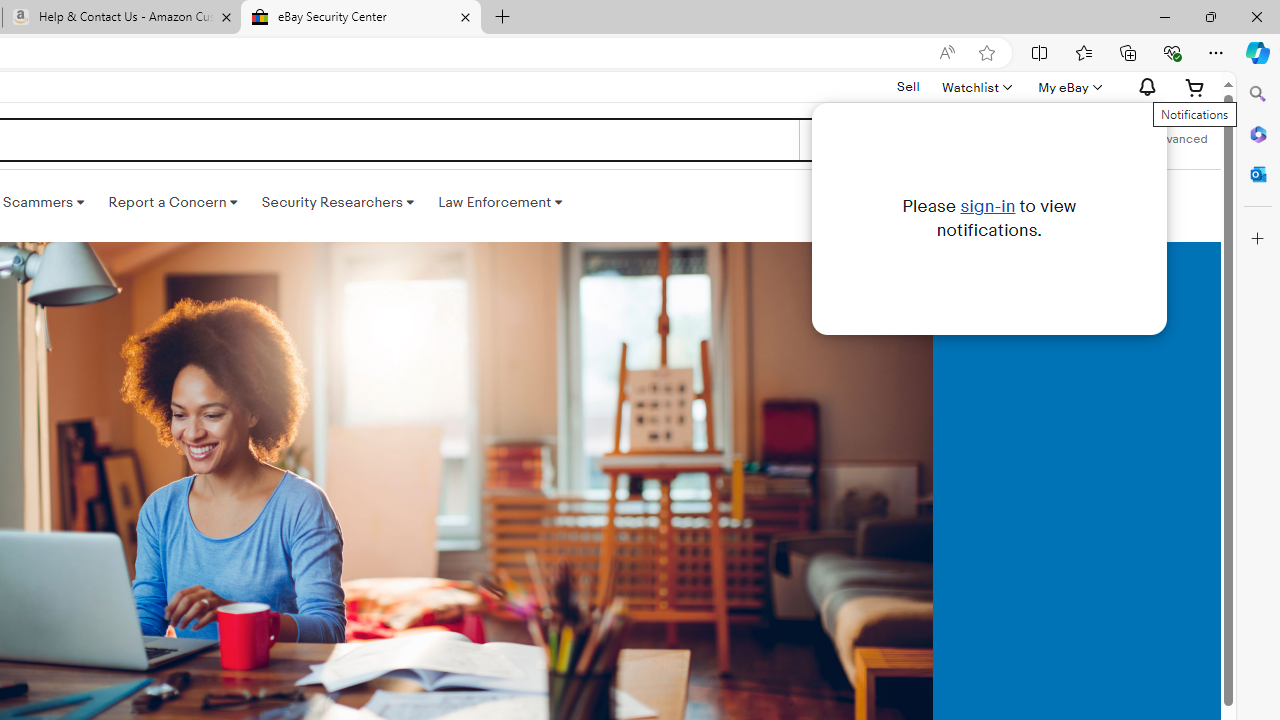 This screenshot has height=720, width=1280. I want to click on 'Sell', so click(907, 85).